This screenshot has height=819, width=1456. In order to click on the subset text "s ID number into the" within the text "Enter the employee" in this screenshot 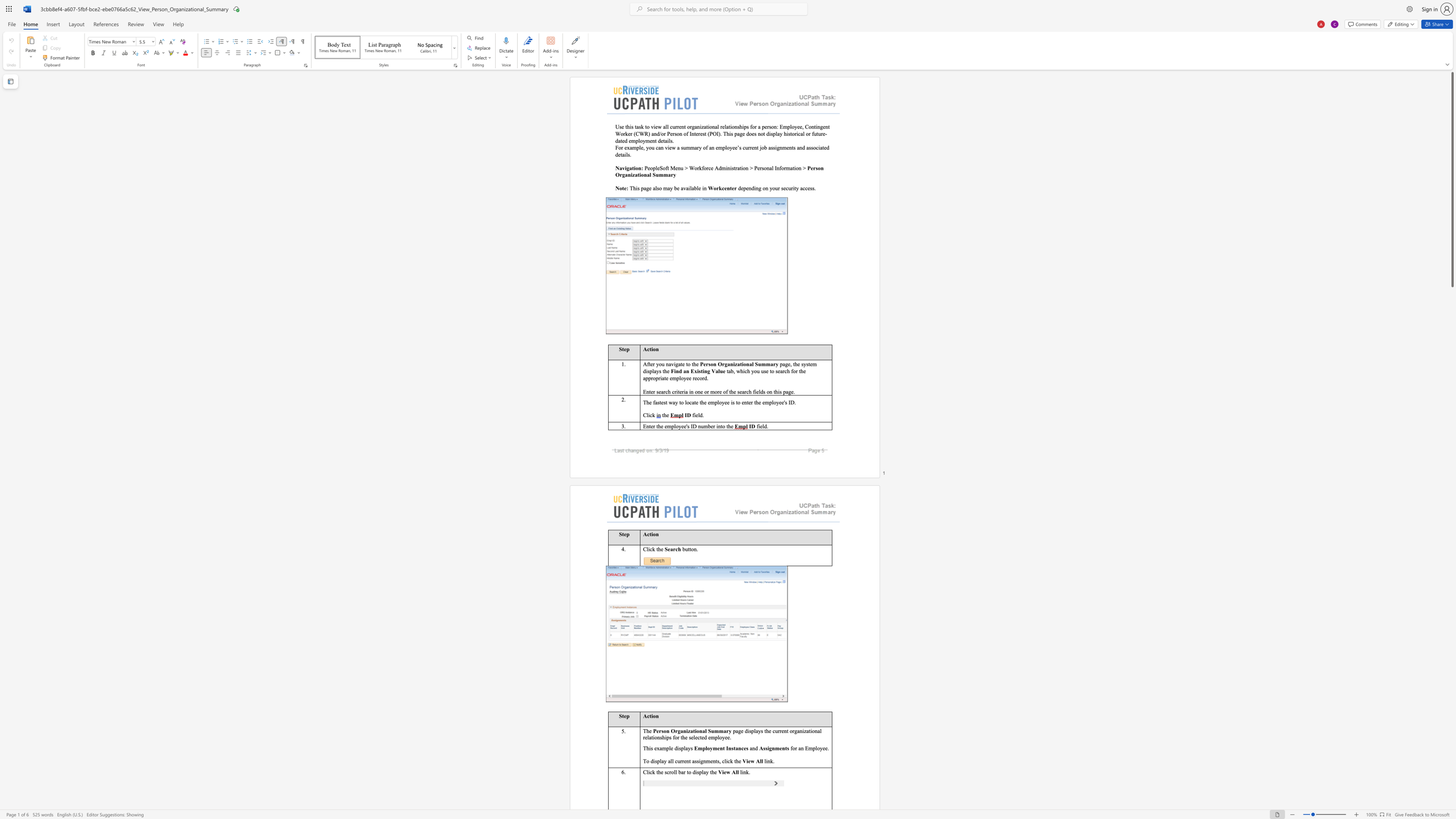, I will do `click(687, 426)`.